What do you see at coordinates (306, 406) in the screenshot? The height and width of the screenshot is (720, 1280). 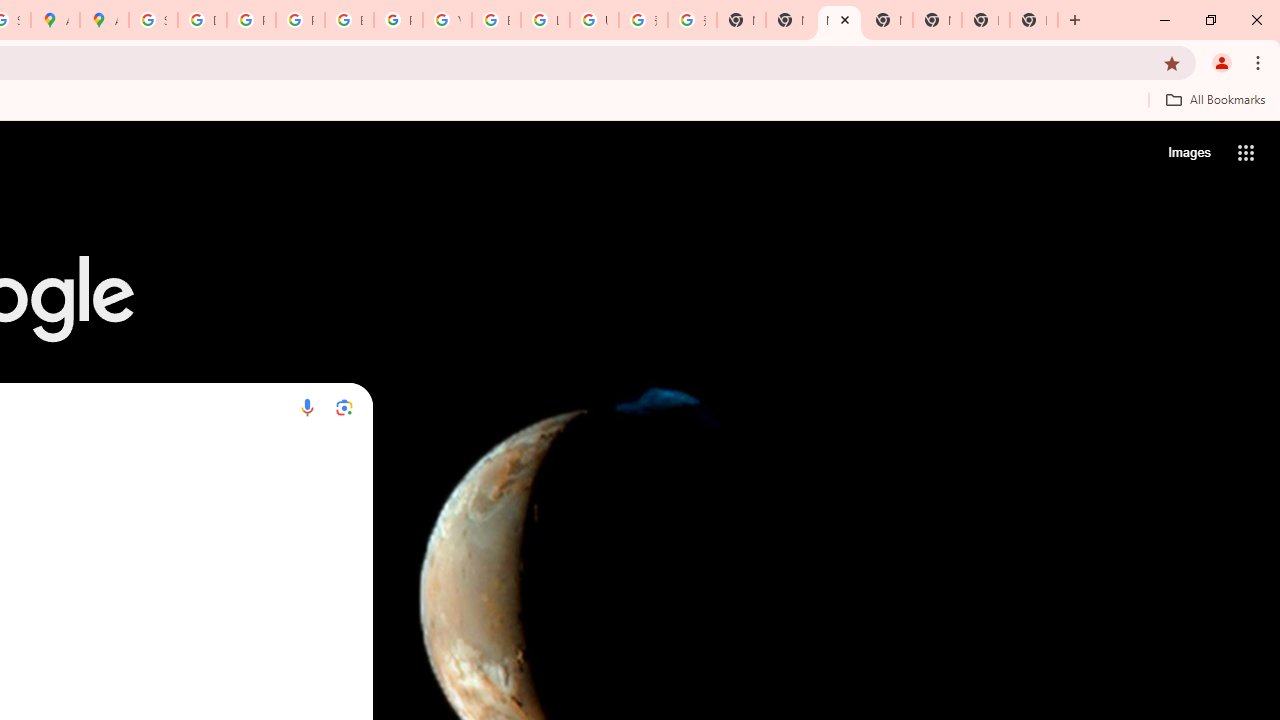 I see `'Search by voice'` at bounding box center [306, 406].